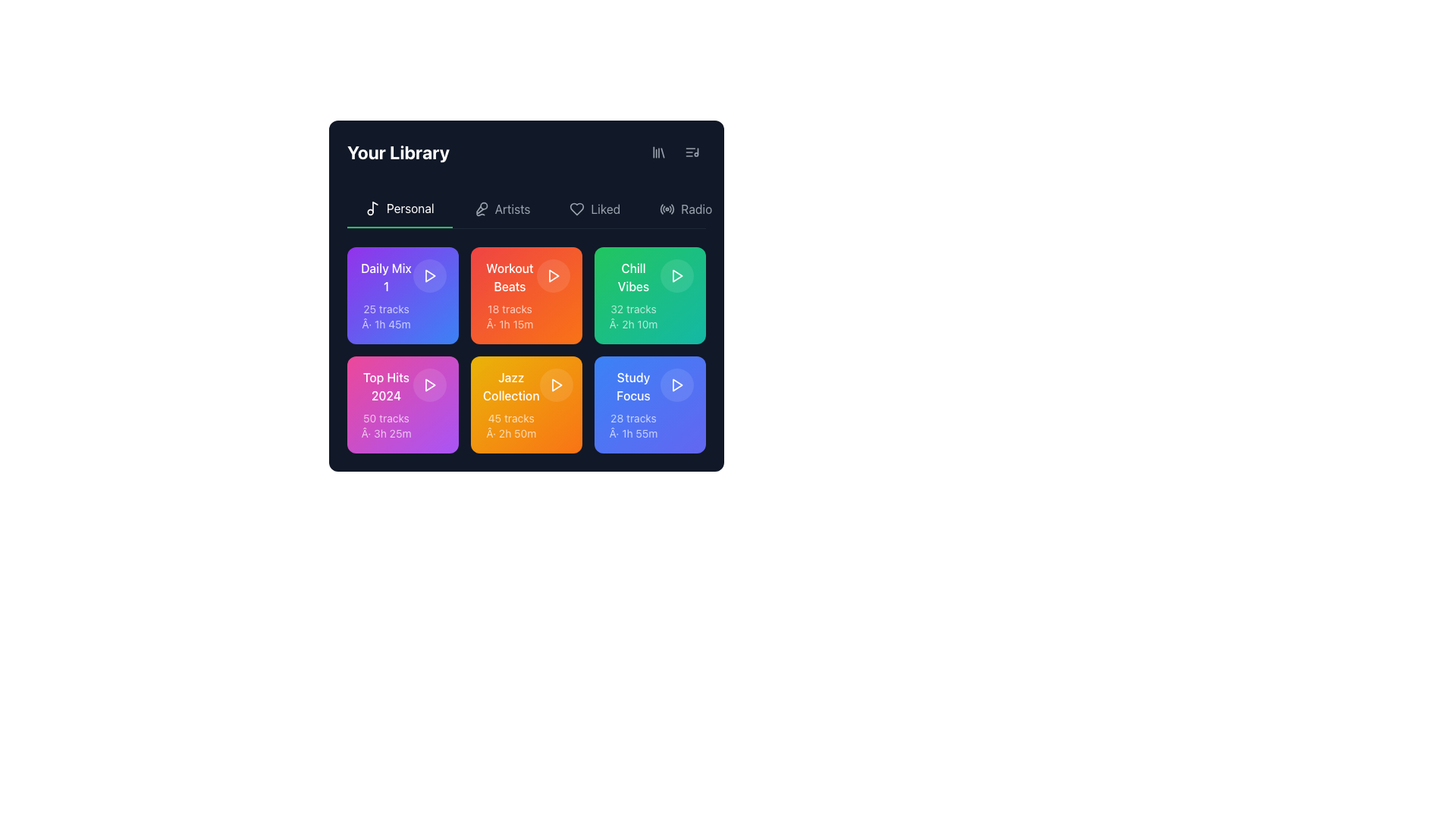 This screenshot has height=819, width=1456. I want to click on the 'Artists' icon in the navigation bar, so click(480, 209).